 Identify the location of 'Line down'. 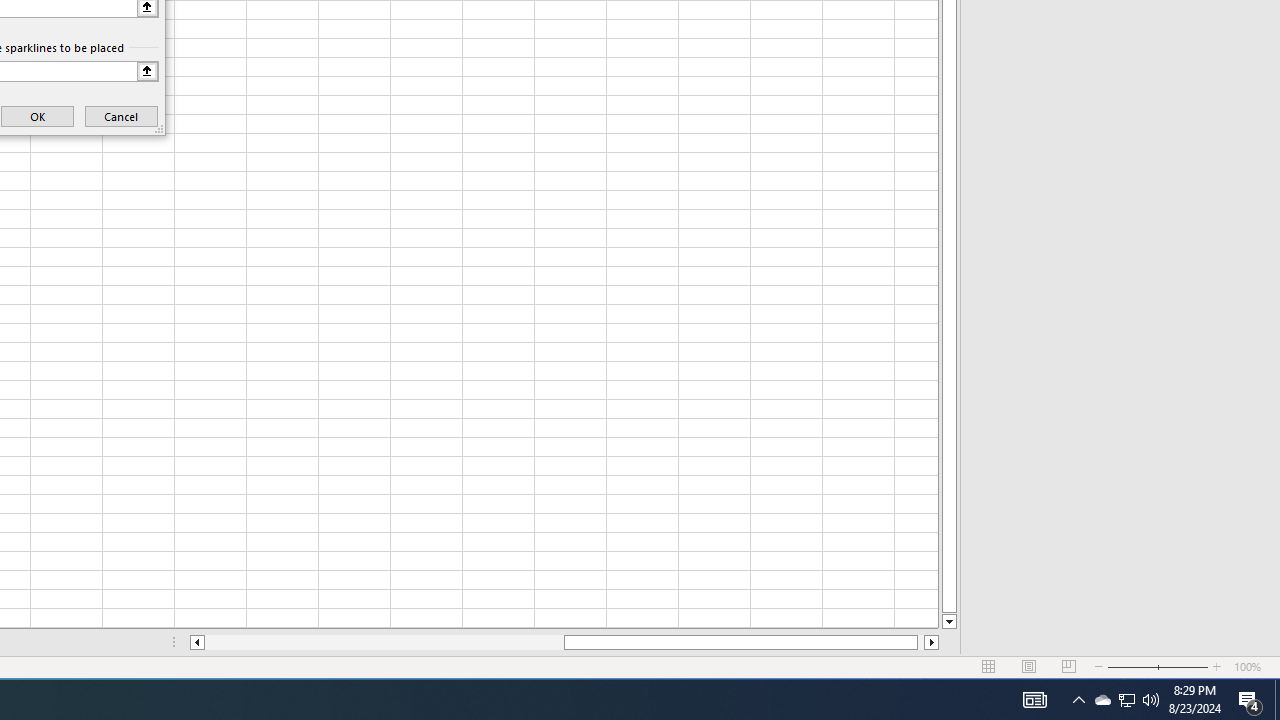
(948, 621).